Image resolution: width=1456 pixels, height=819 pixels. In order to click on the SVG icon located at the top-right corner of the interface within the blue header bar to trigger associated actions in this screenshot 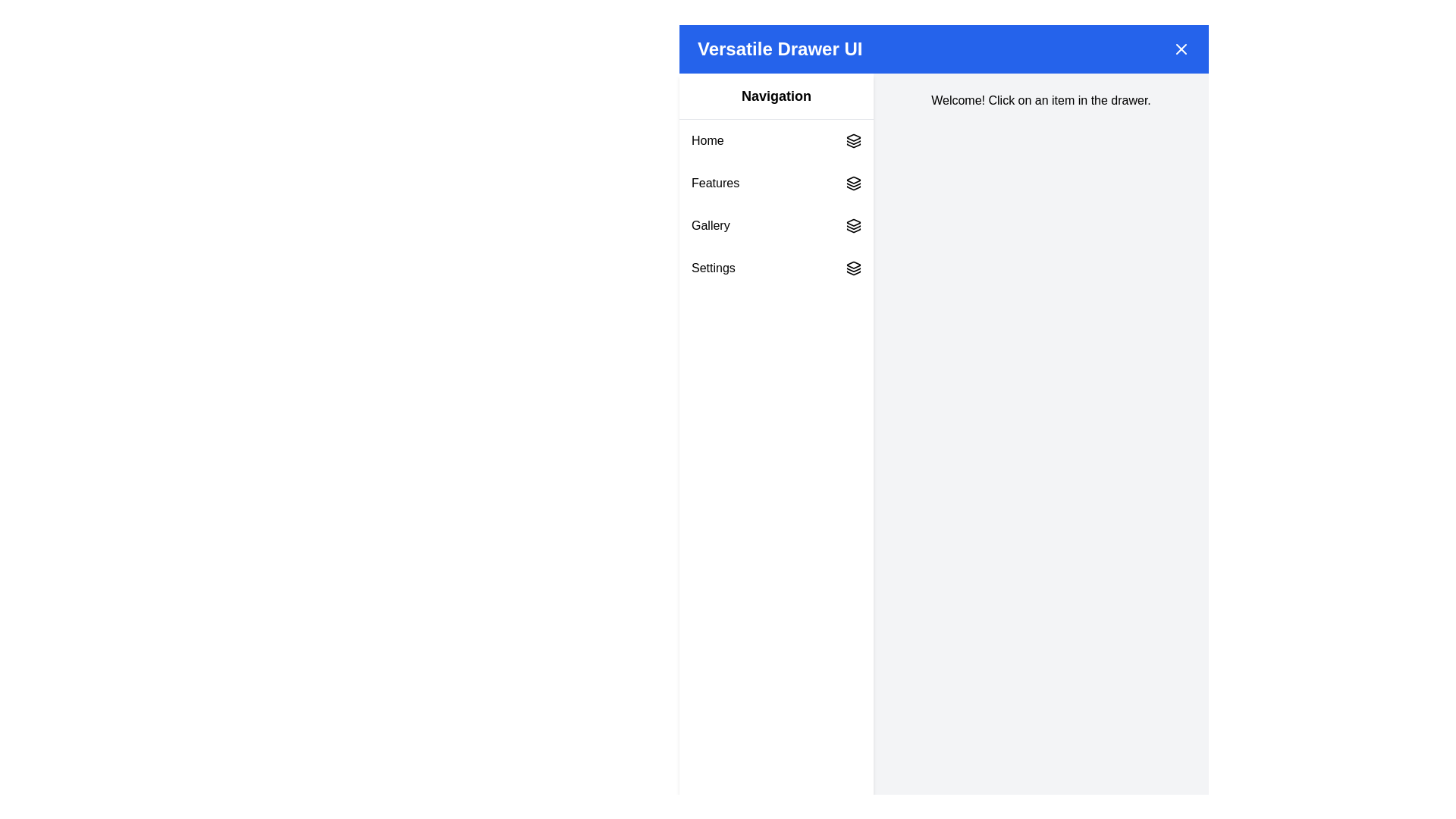, I will do `click(1181, 49)`.